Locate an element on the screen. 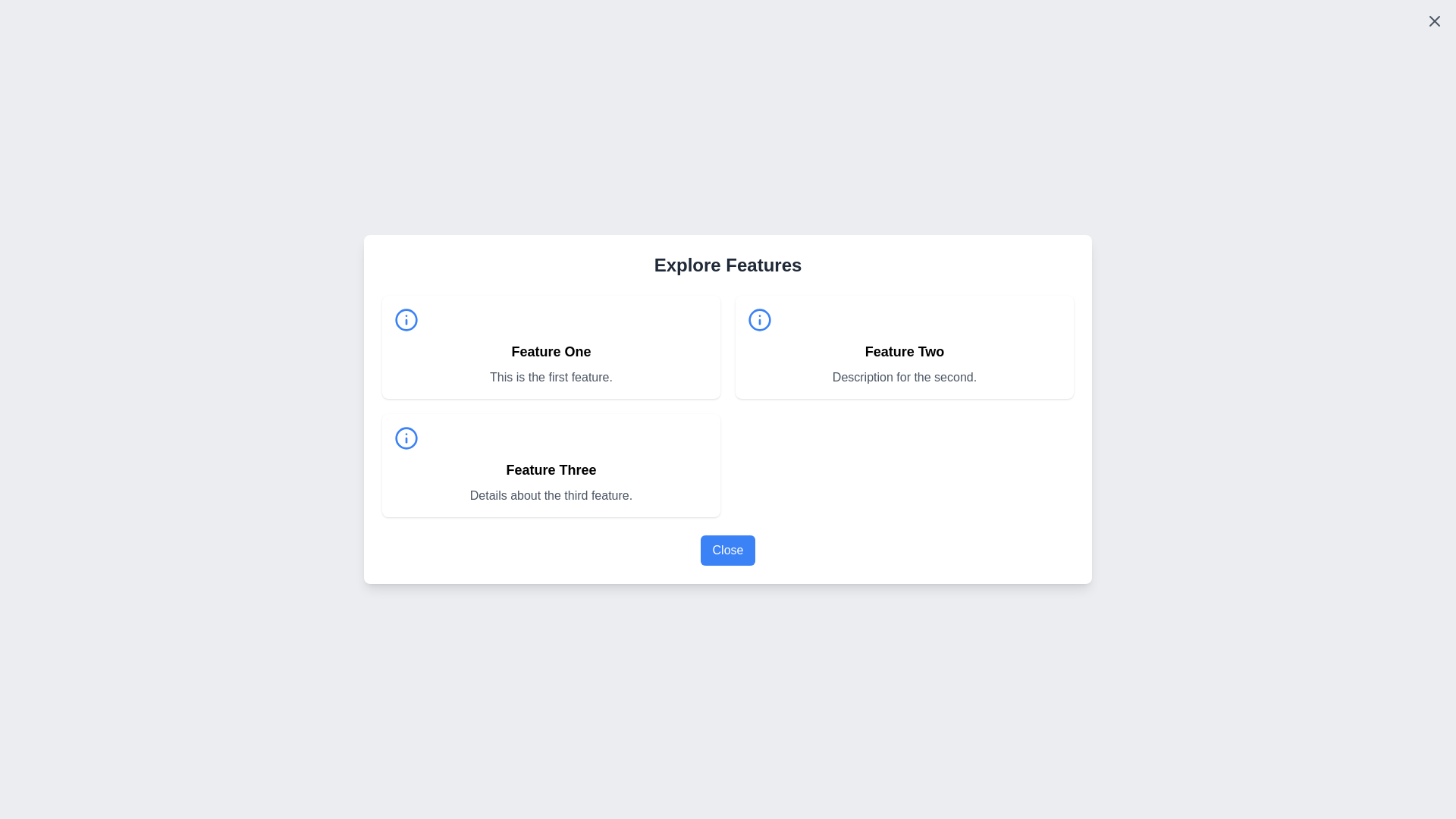 The height and width of the screenshot is (819, 1456). the informational indicator icon located at the top-left corner of the 'Feature One' card, aligned with the title text is located at coordinates (406, 318).